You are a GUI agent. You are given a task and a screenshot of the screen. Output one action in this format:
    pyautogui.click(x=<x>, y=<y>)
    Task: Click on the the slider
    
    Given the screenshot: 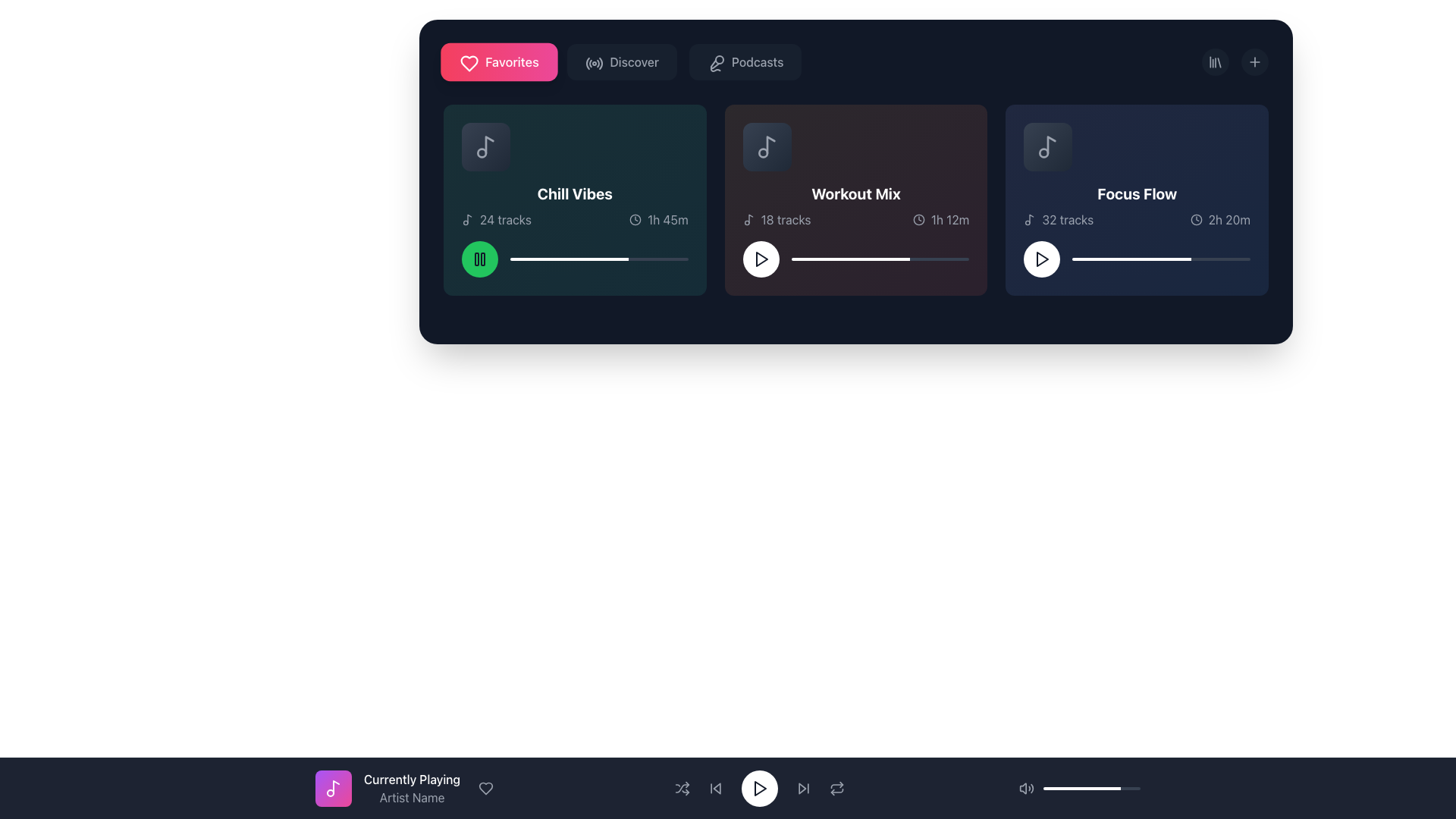 What is the action you would take?
    pyautogui.click(x=950, y=259)
    